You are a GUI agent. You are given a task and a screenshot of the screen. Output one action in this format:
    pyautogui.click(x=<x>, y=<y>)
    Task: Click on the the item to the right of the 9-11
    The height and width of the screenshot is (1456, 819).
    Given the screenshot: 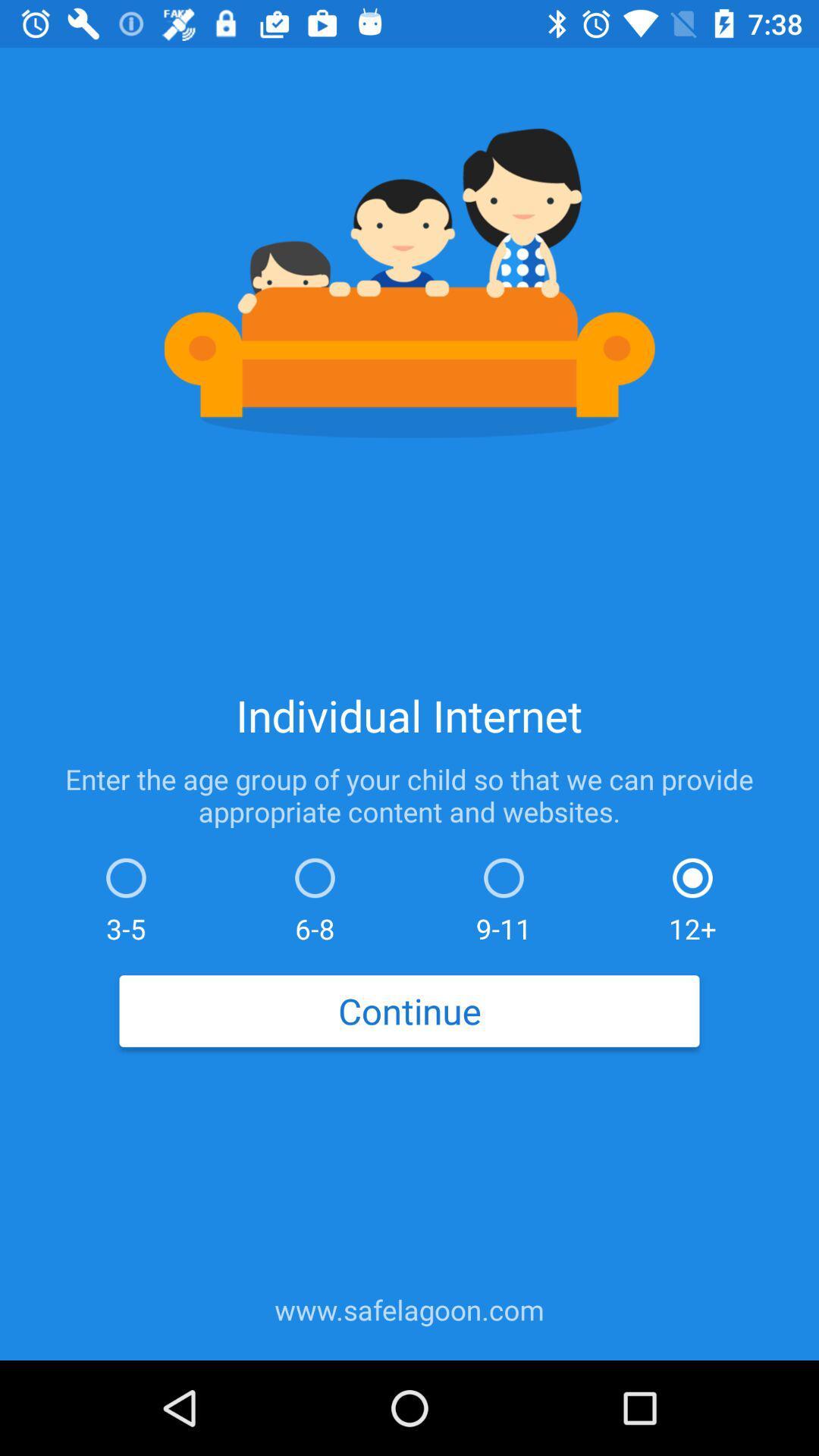 What is the action you would take?
    pyautogui.click(x=692, y=896)
    